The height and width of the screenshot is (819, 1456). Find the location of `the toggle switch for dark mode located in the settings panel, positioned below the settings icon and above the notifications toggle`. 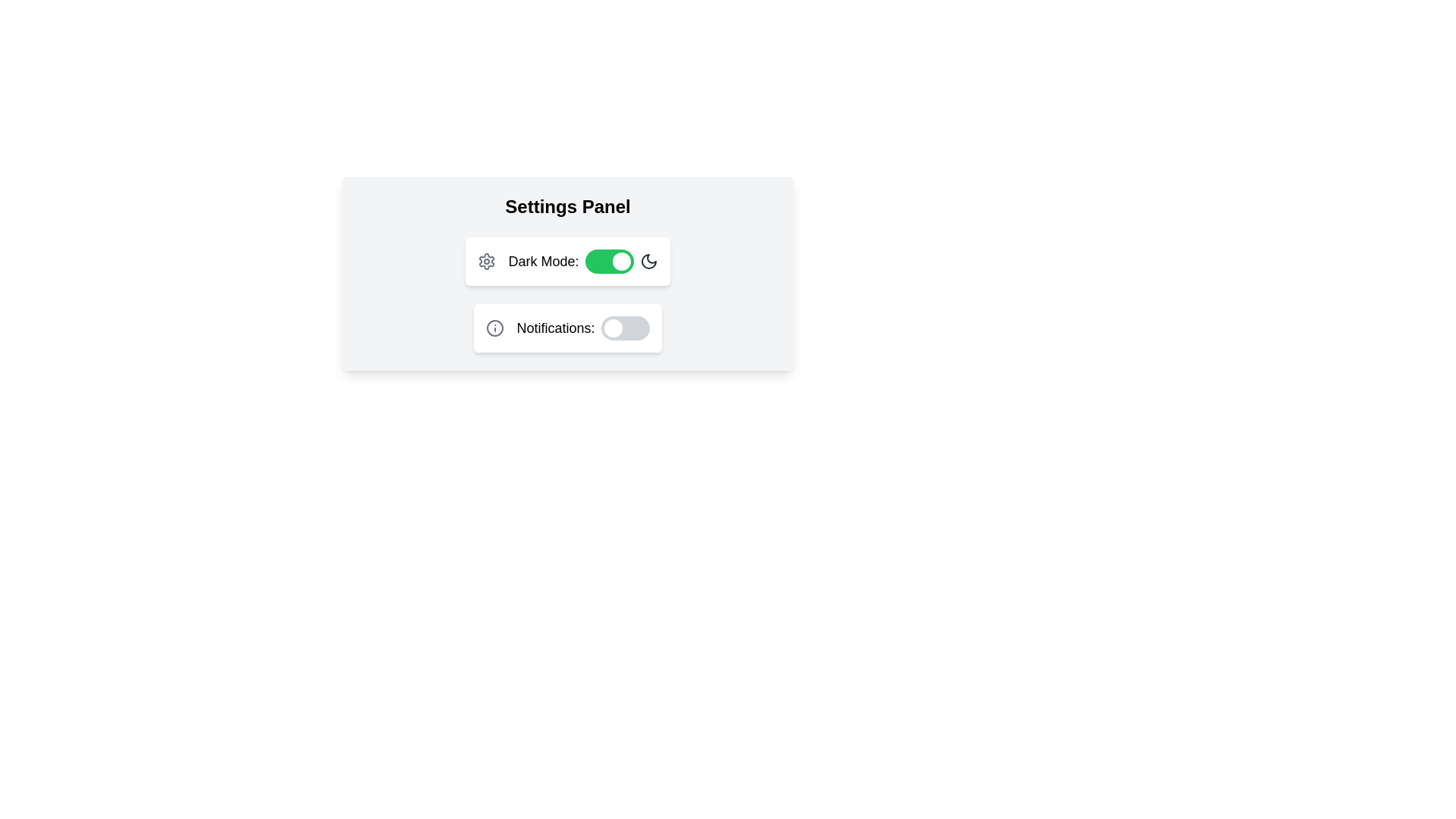

the toggle switch for dark mode located in the settings panel, positioned below the settings icon and above the notifications toggle is located at coordinates (582, 260).